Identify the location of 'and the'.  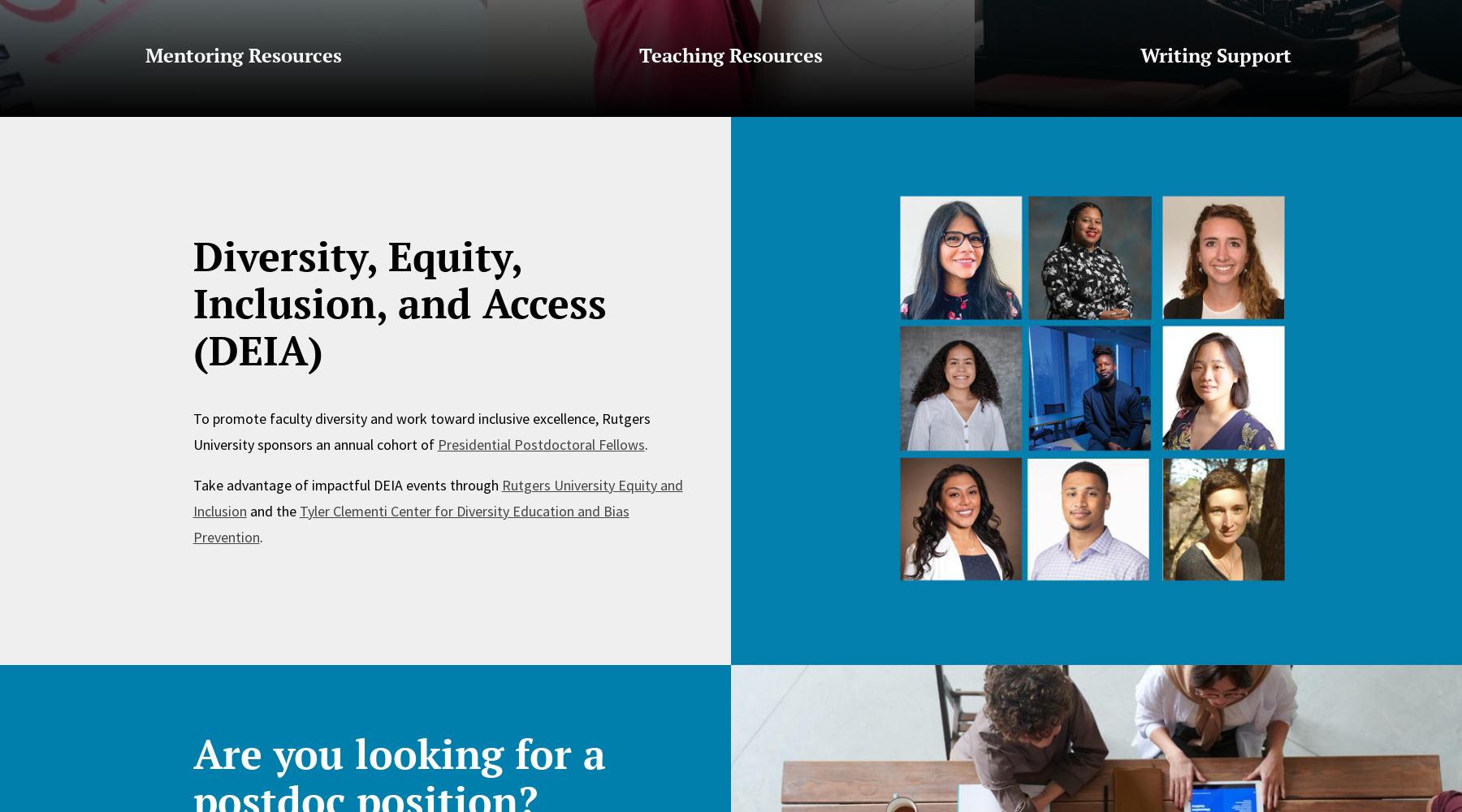
(244, 510).